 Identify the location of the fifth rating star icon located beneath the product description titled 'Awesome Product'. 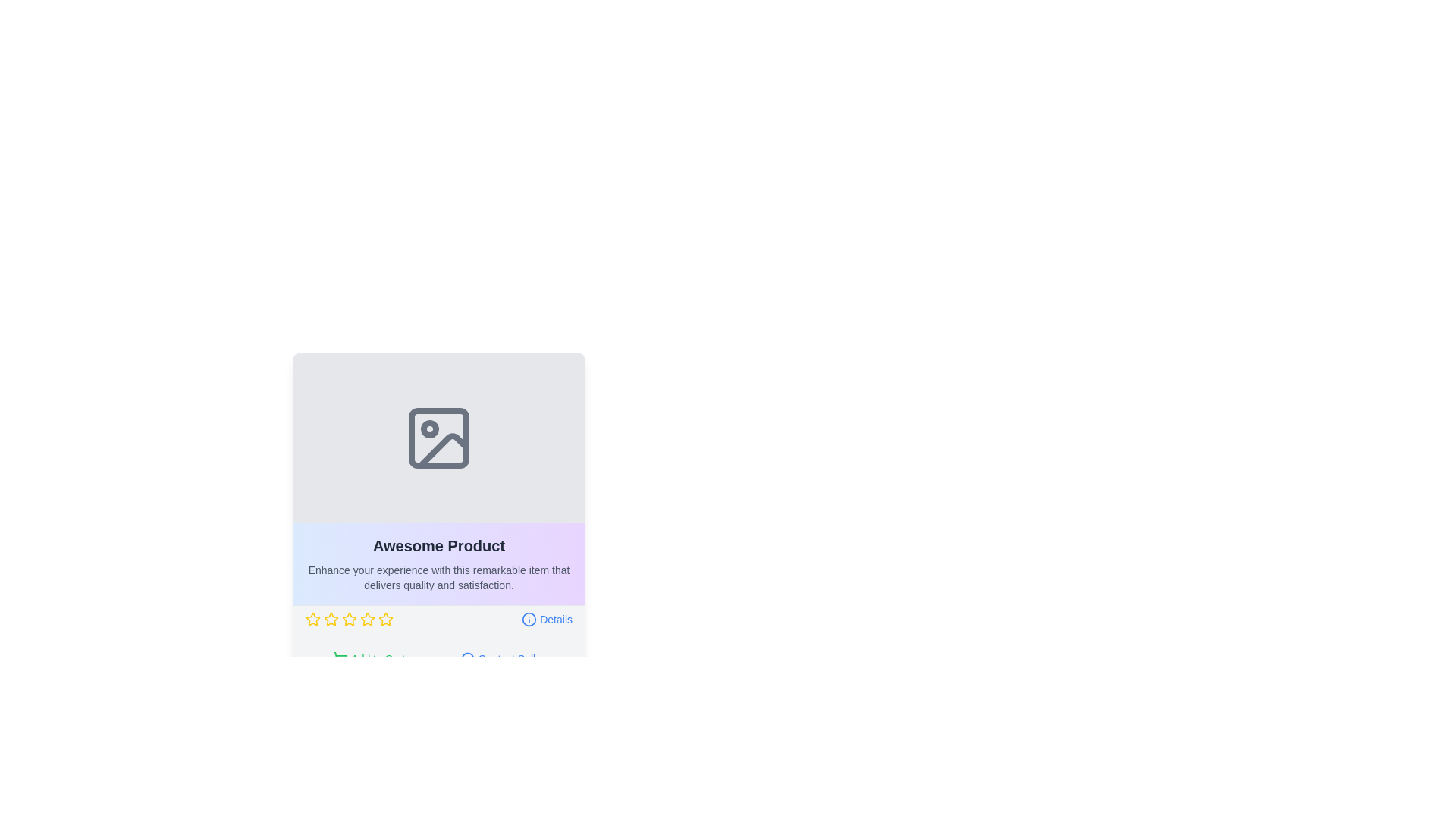
(367, 620).